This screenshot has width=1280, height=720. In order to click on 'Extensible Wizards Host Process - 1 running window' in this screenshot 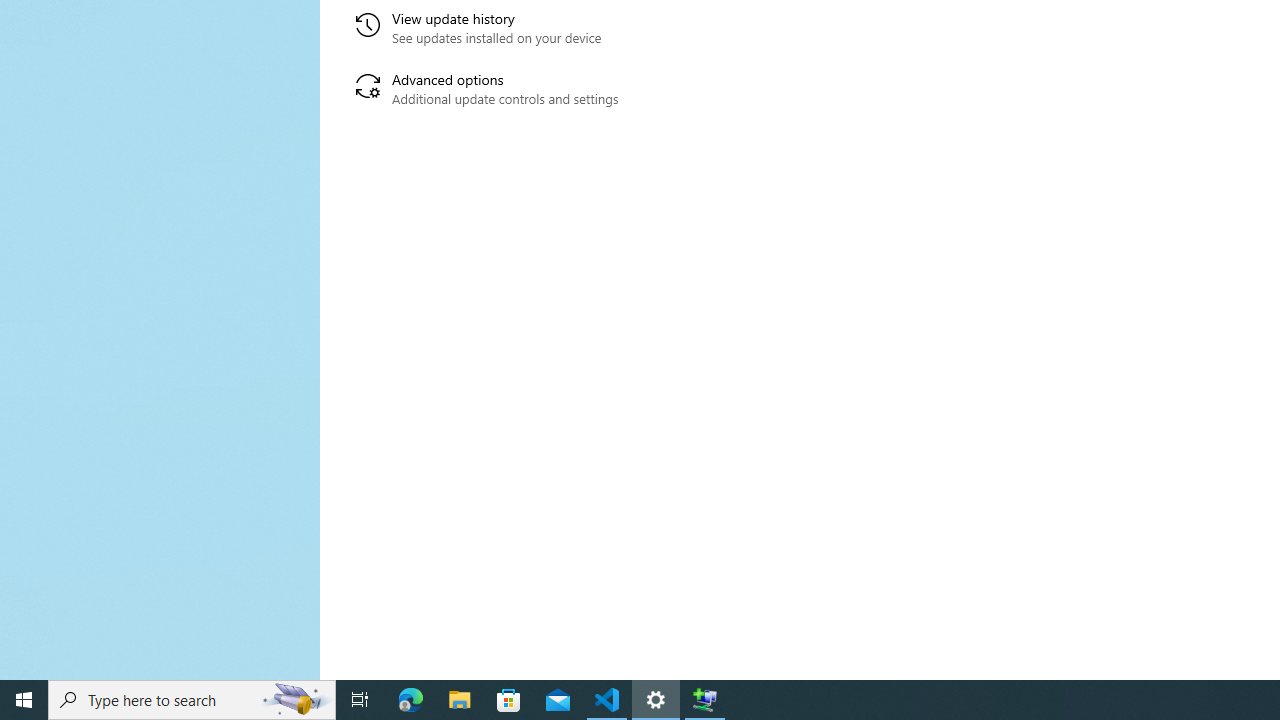, I will do `click(705, 698)`.